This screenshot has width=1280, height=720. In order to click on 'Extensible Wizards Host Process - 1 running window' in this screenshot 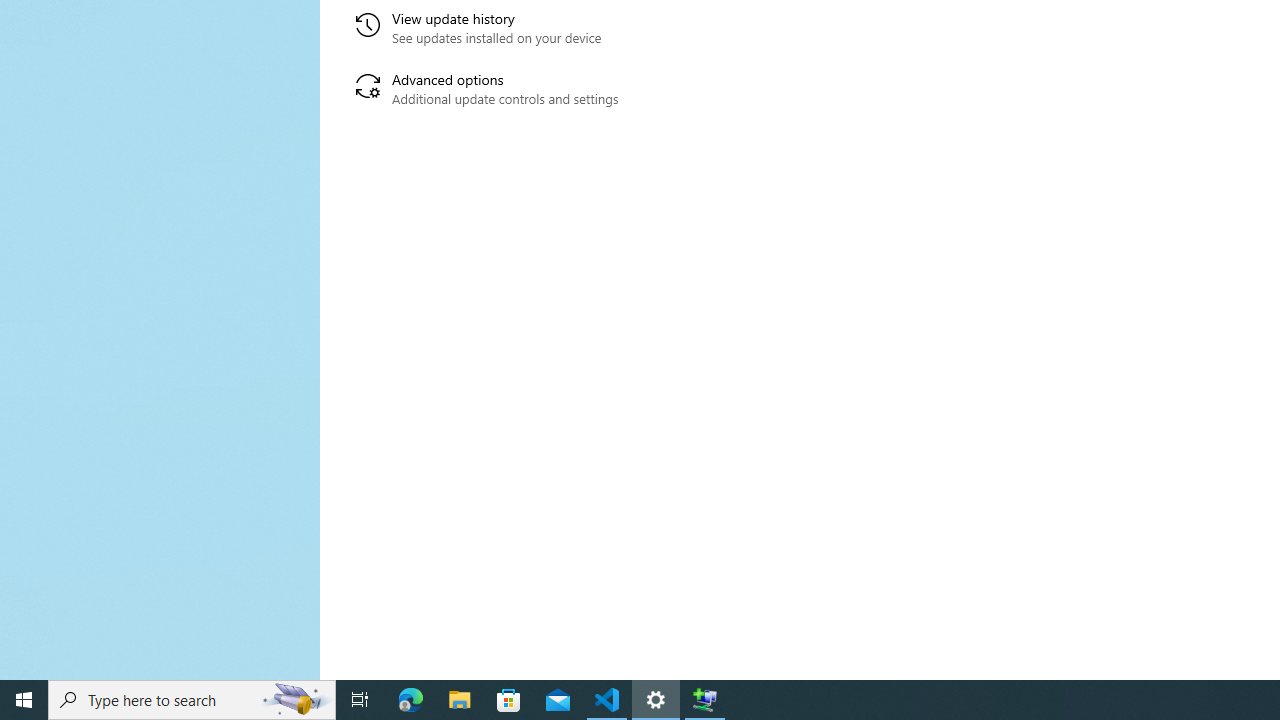, I will do `click(705, 698)`.